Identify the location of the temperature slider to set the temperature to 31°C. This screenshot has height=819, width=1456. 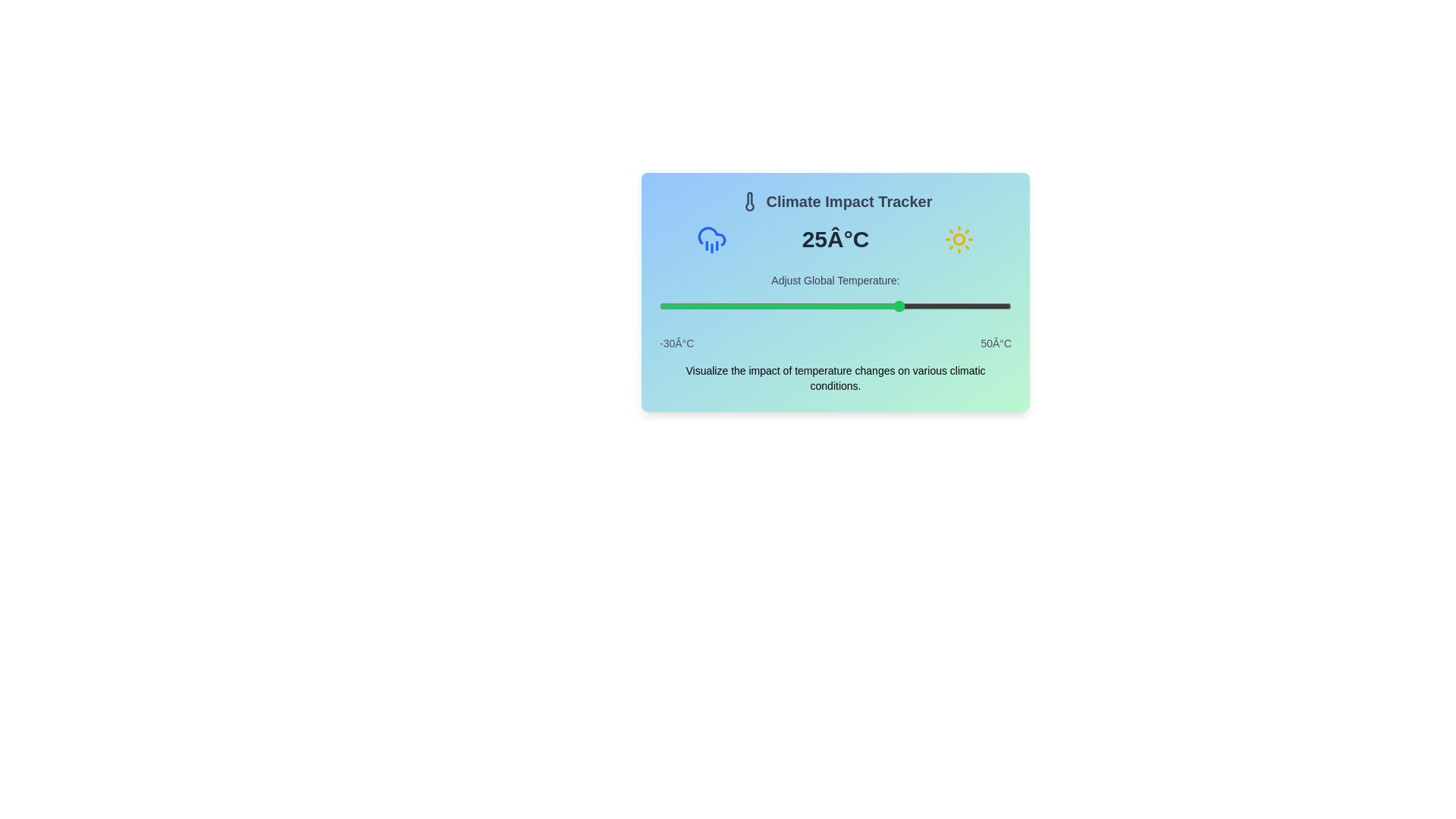
(927, 306).